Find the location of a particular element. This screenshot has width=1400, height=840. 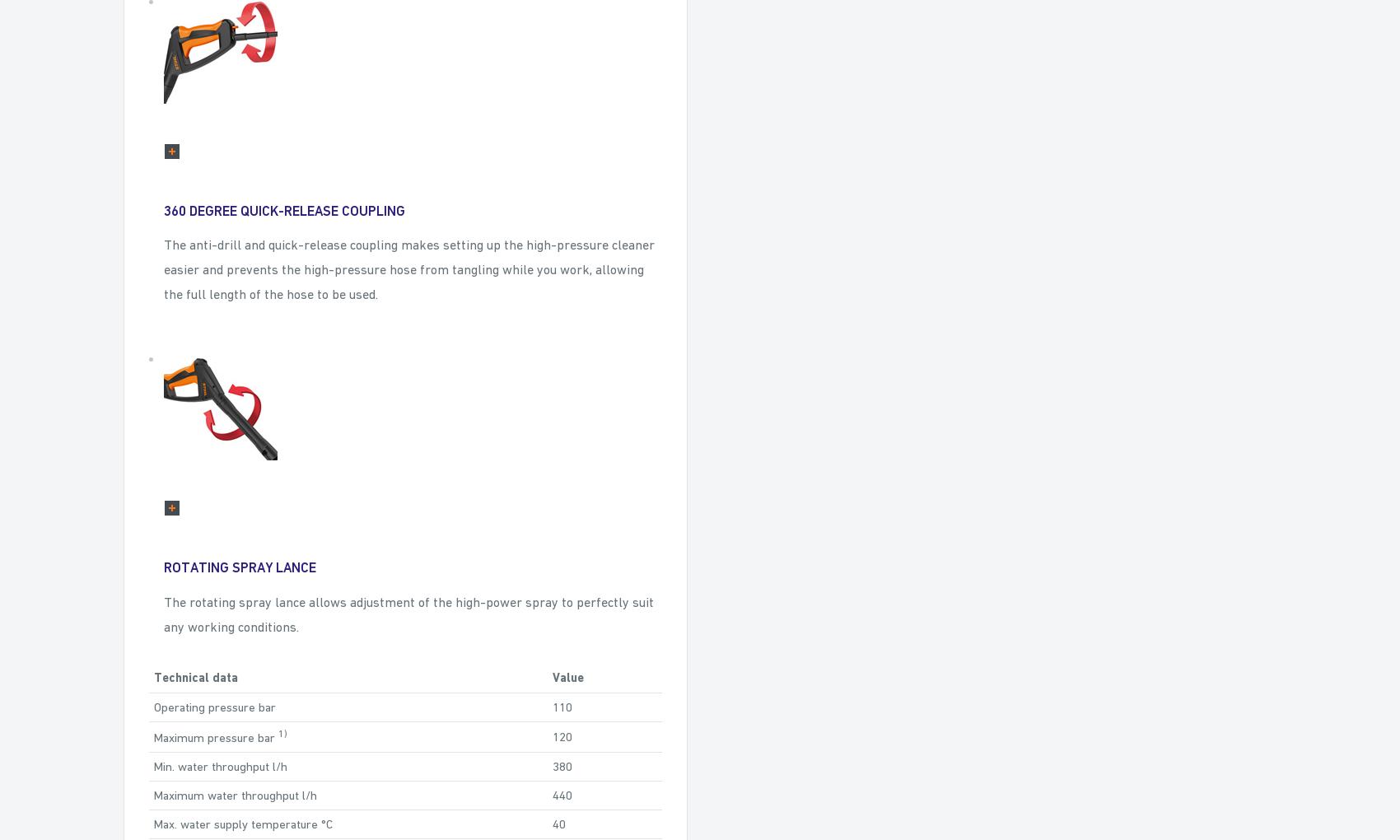

'The rotating spray lance allows adjustment of the high-power spray to perfectly suit any working conditions.' is located at coordinates (408, 614).